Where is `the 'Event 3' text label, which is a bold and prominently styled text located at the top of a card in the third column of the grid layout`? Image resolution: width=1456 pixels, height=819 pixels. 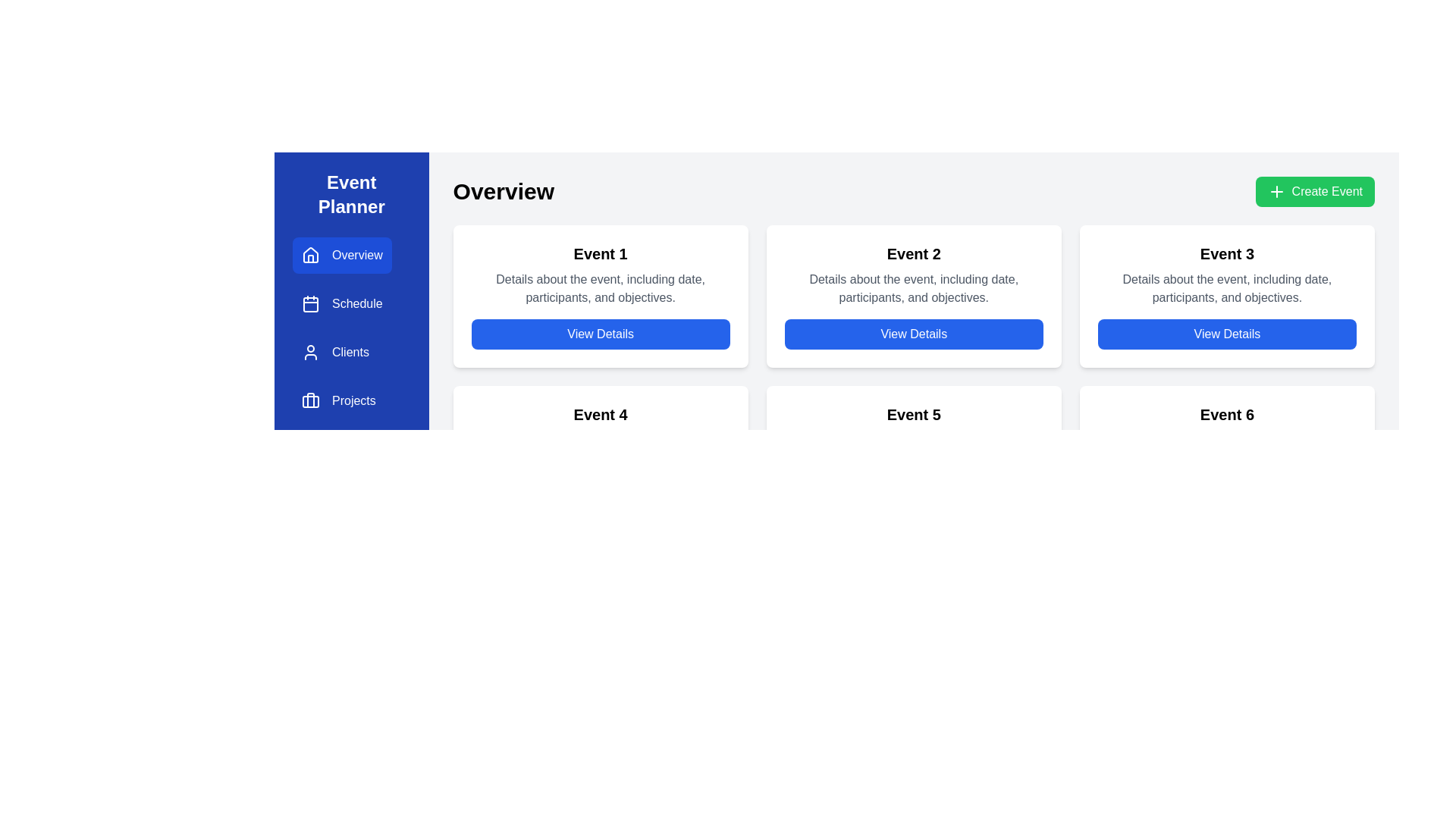
the 'Event 3' text label, which is a bold and prominently styled text located at the top of a card in the third column of the grid layout is located at coordinates (1227, 253).